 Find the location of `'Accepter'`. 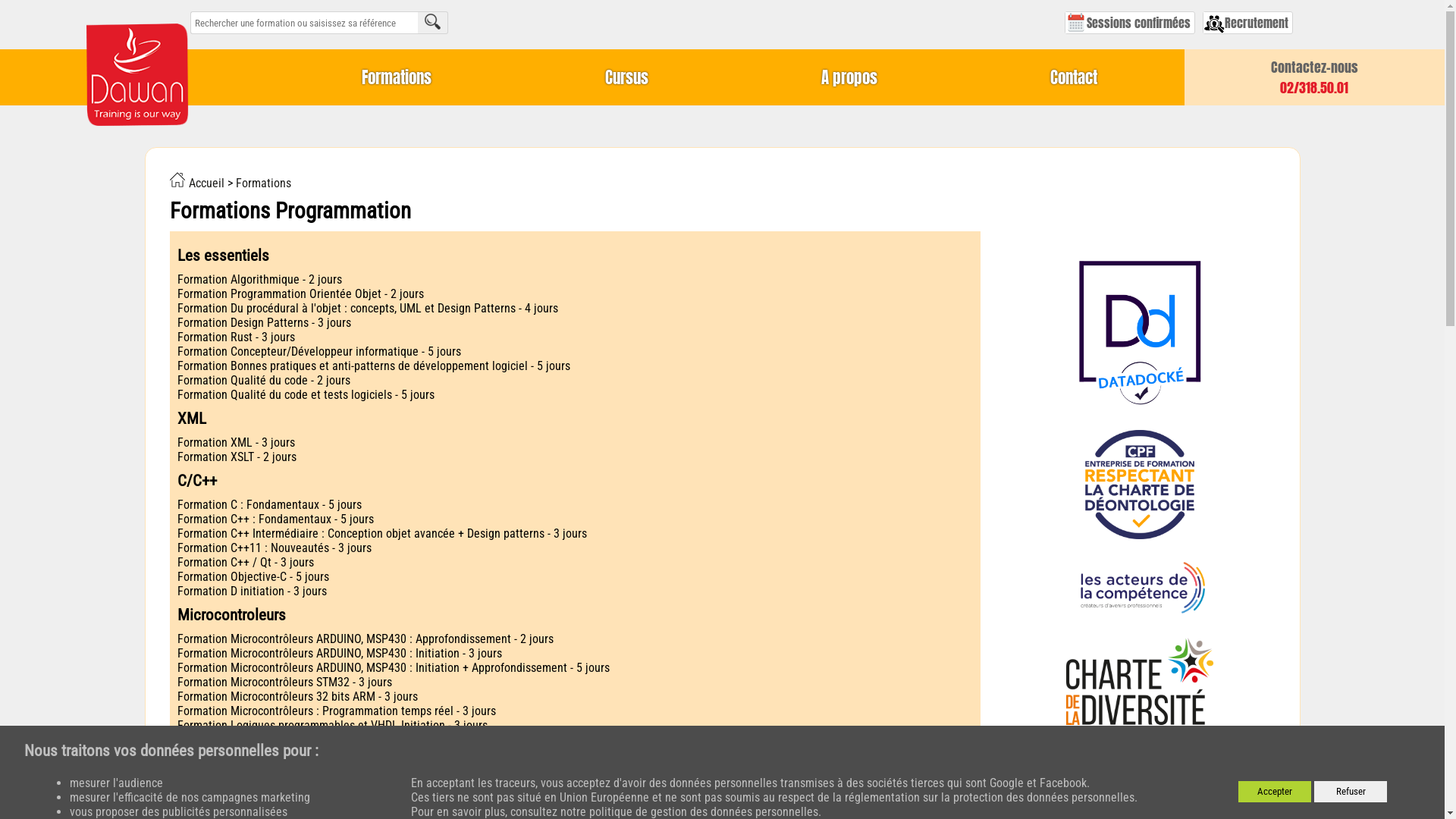

'Accepter' is located at coordinates (1274, 791).